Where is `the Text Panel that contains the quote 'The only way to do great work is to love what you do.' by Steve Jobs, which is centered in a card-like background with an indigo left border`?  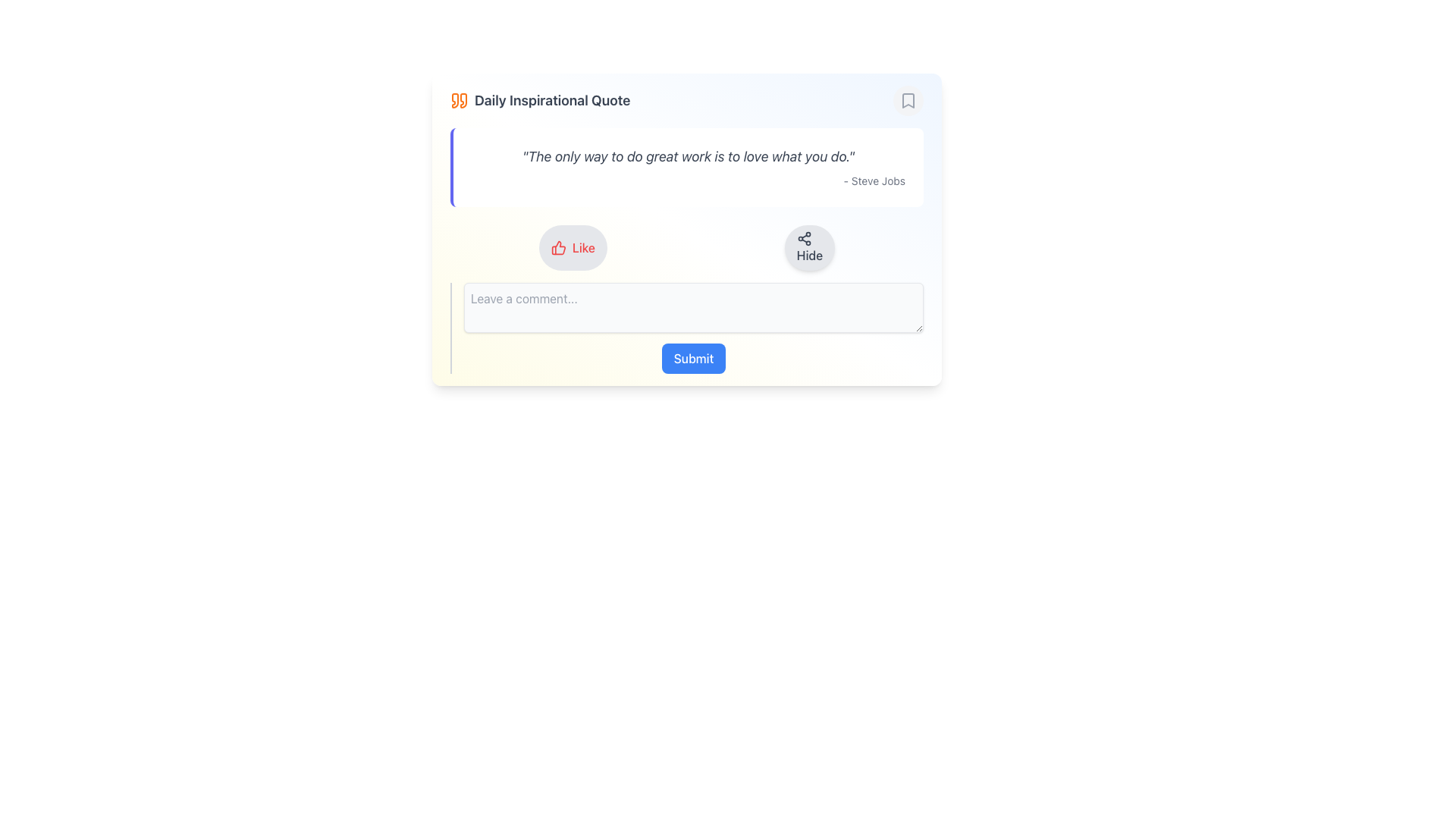 the Text Panel that contains the quote 'The only way to do great work is to love what you do.' by Steve Jobs, which is centered in a card-like background with an indigo left border is located at coordinates (686, 167).